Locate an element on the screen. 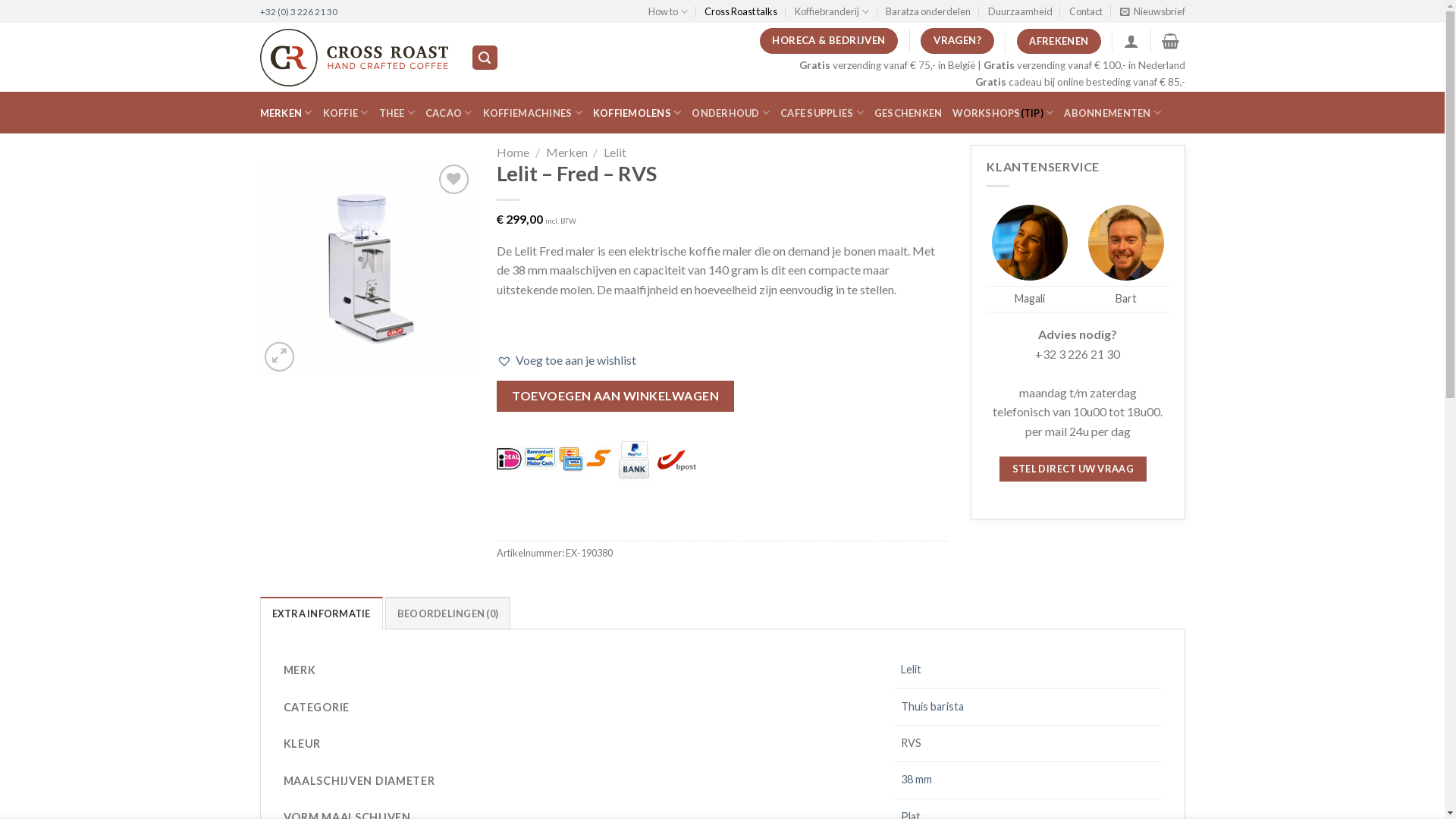  'Koffiebranderij' is located at coordinates (831, 11).